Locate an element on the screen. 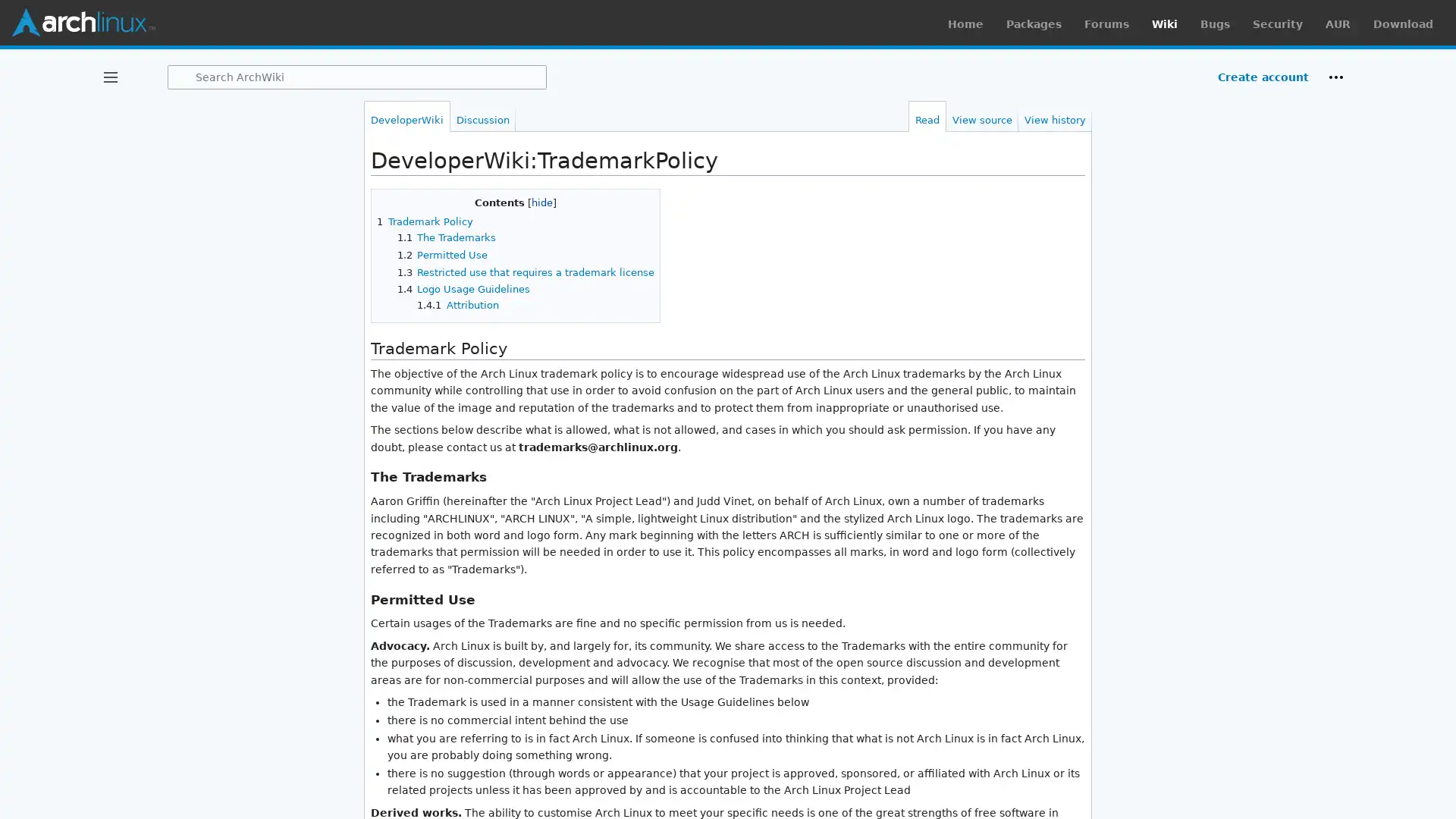 The image size is (1456, 819). Search is located at coordinates (182, 77).